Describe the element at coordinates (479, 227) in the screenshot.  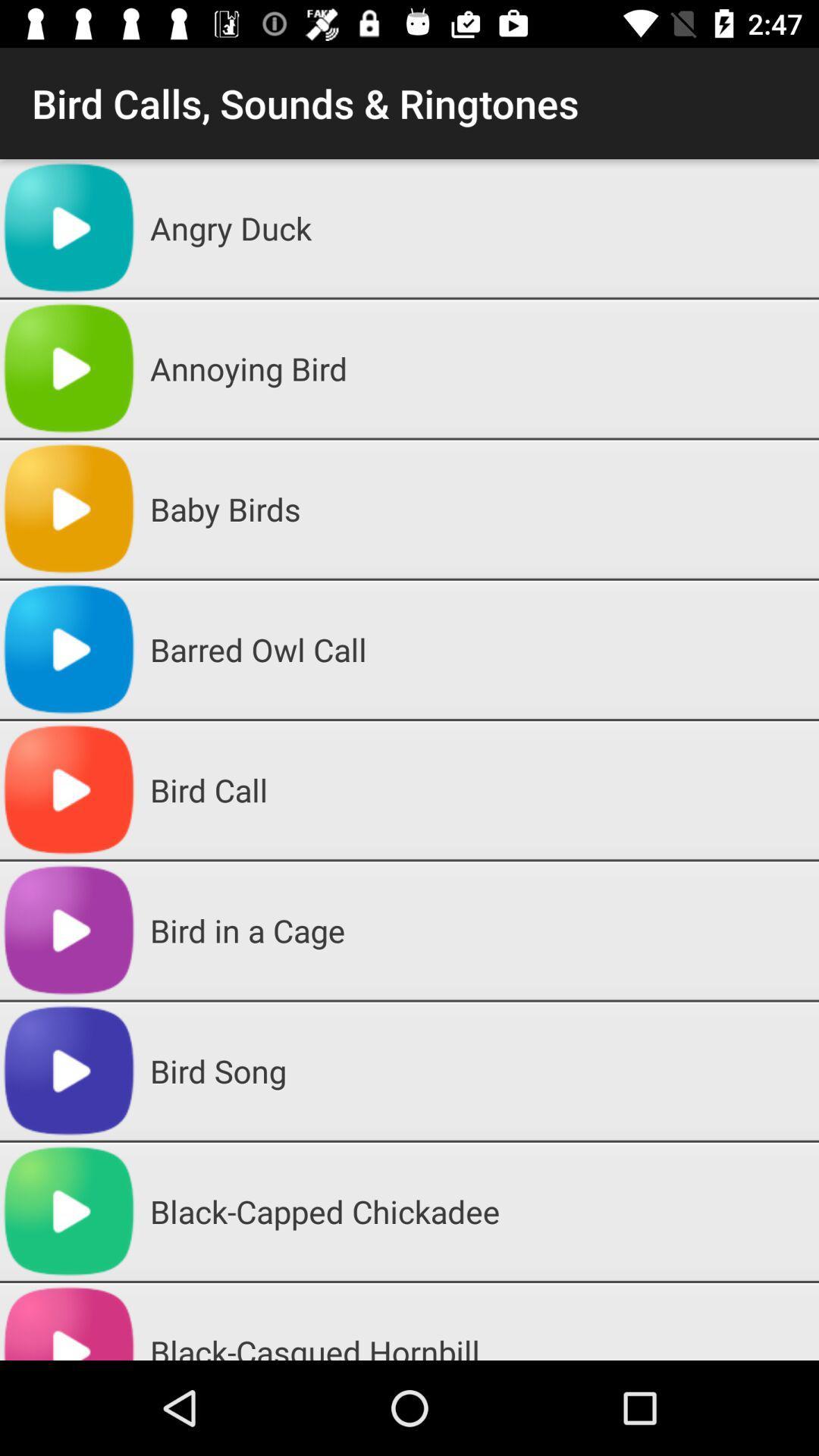
I see `app below bird calls sounds item` at that location.